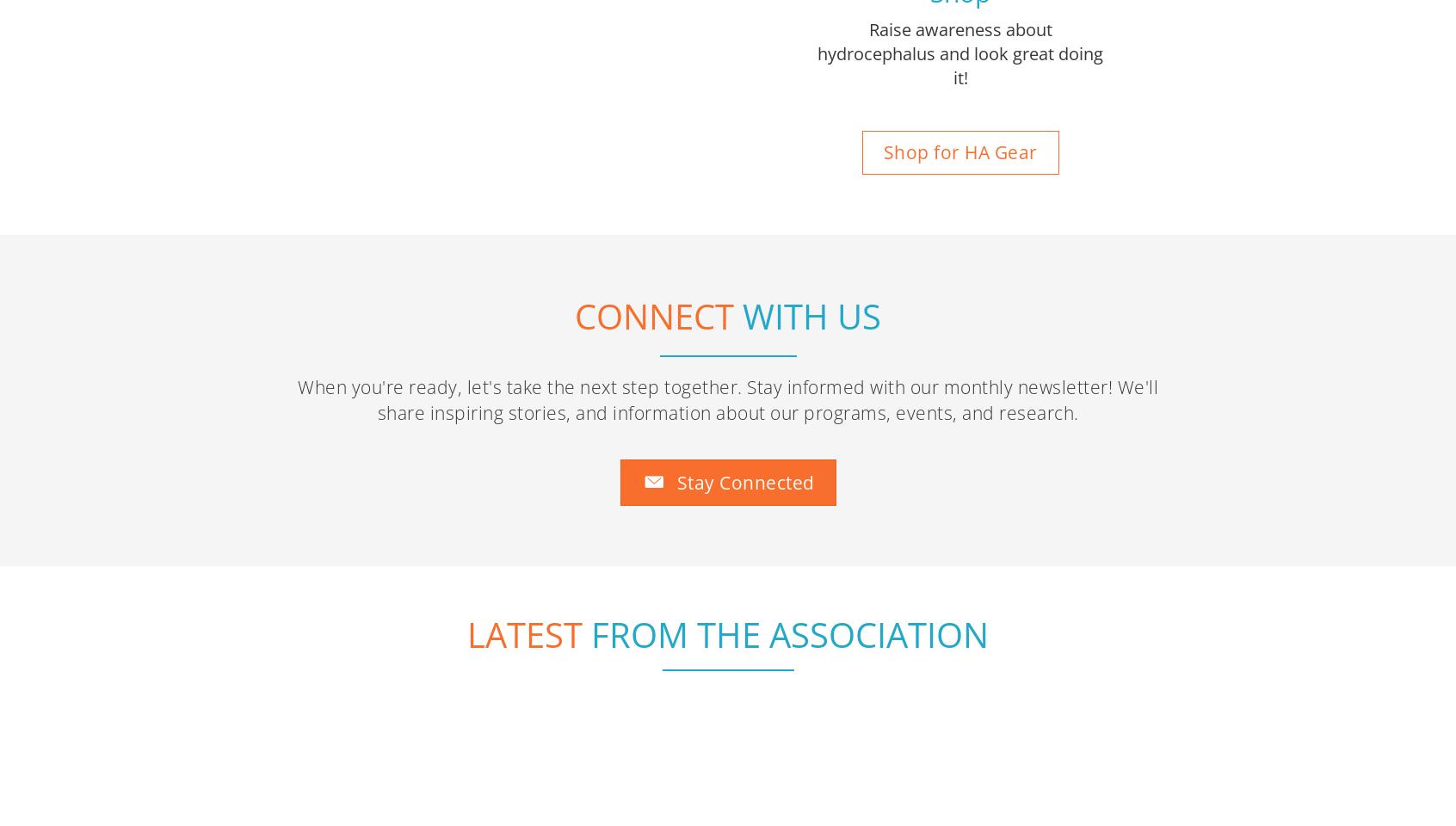 The height and width of the screenshot is (826, 1456). Describe the element at coordinates (521, 723) in the screenshot. I see `'The Hydrocephalus Scoop on Capitol Hill for September 2023'` at that location.